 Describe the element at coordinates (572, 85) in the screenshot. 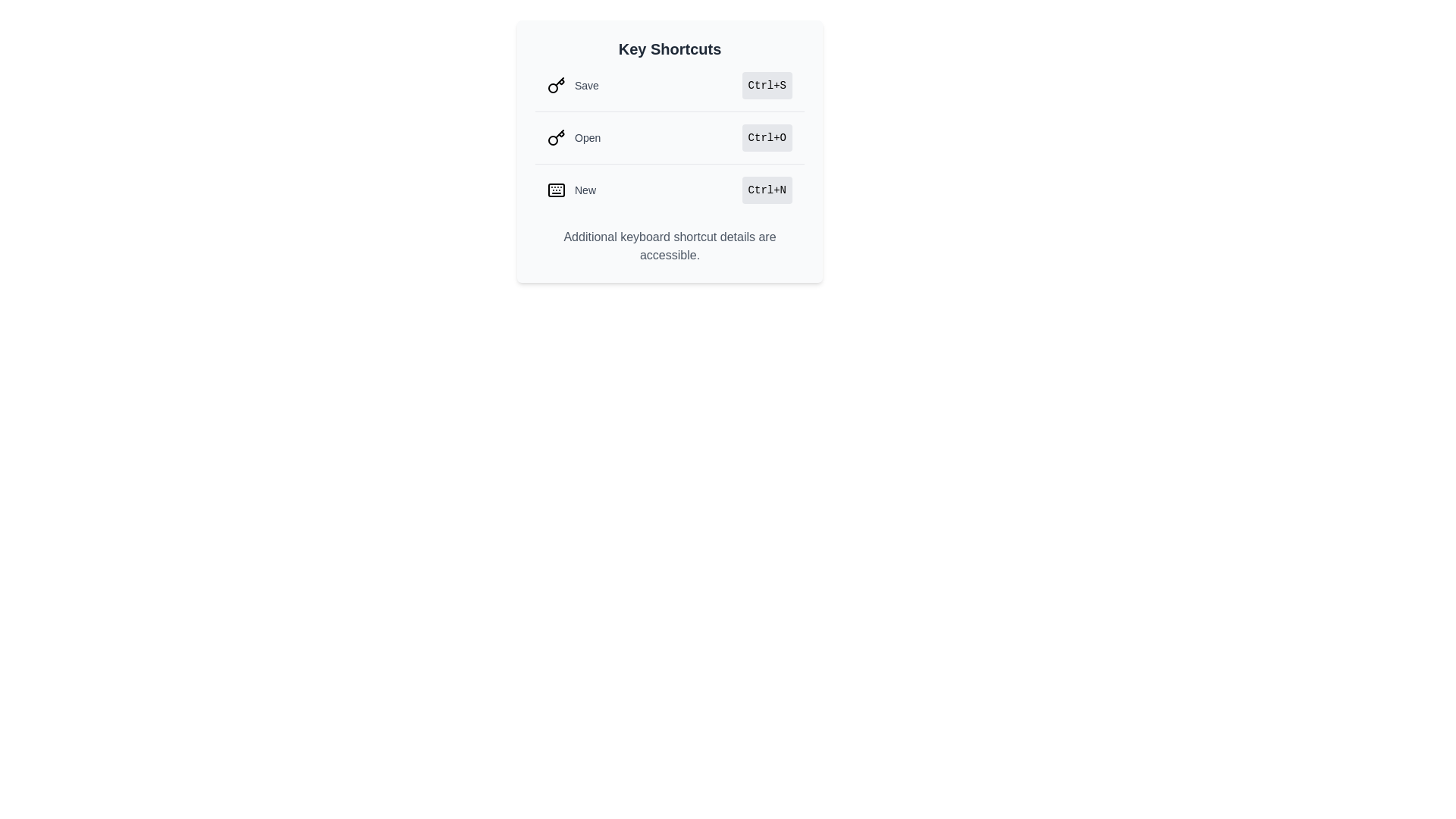

I see `the 'Save' text with icon label, which is the first item in the top row of the vertically-aligned list of shortcut options within the panel` at that location.